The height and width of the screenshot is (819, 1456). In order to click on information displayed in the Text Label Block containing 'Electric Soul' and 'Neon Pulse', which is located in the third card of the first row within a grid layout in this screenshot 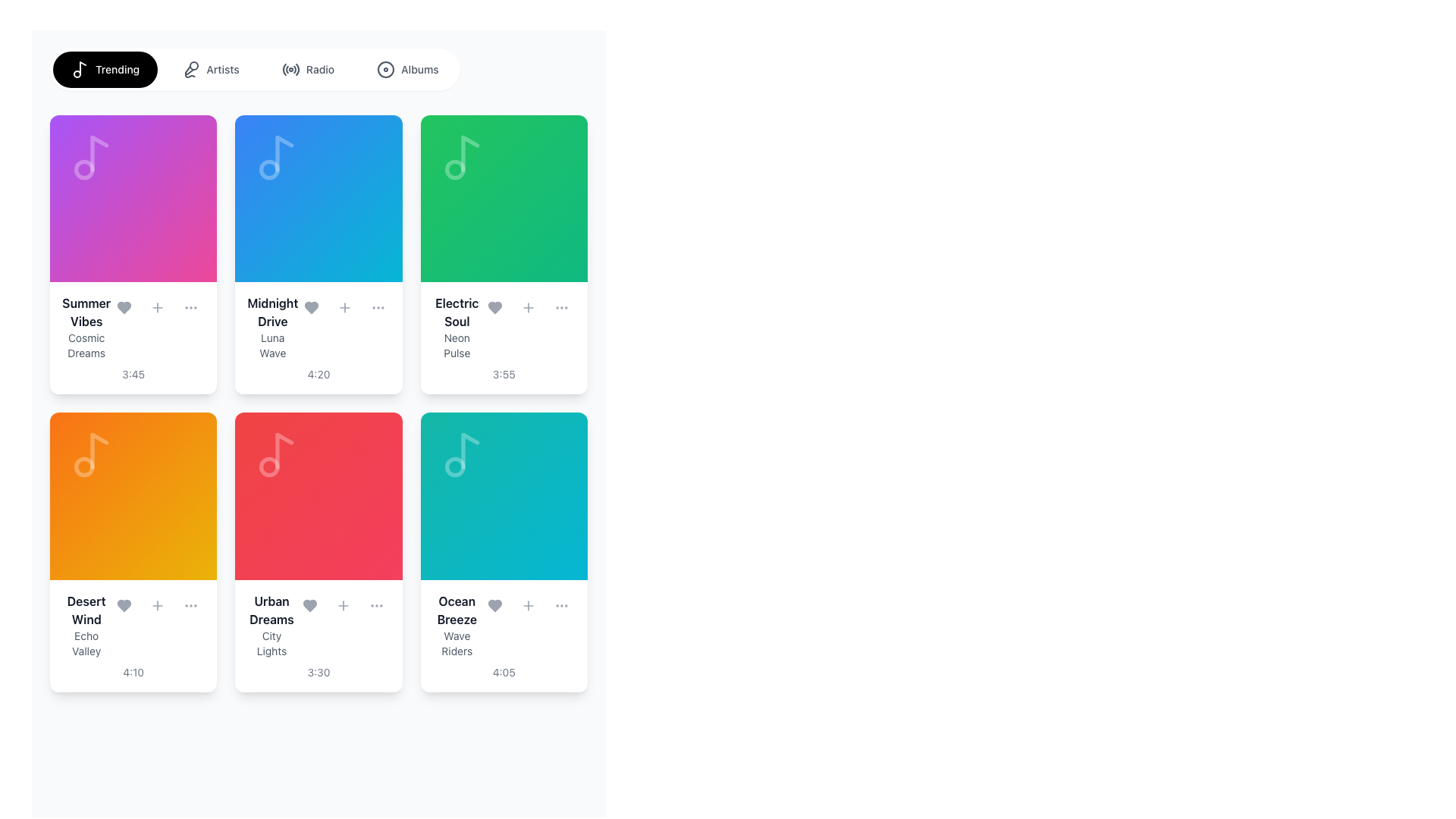, I will do `click(456, 327)`.